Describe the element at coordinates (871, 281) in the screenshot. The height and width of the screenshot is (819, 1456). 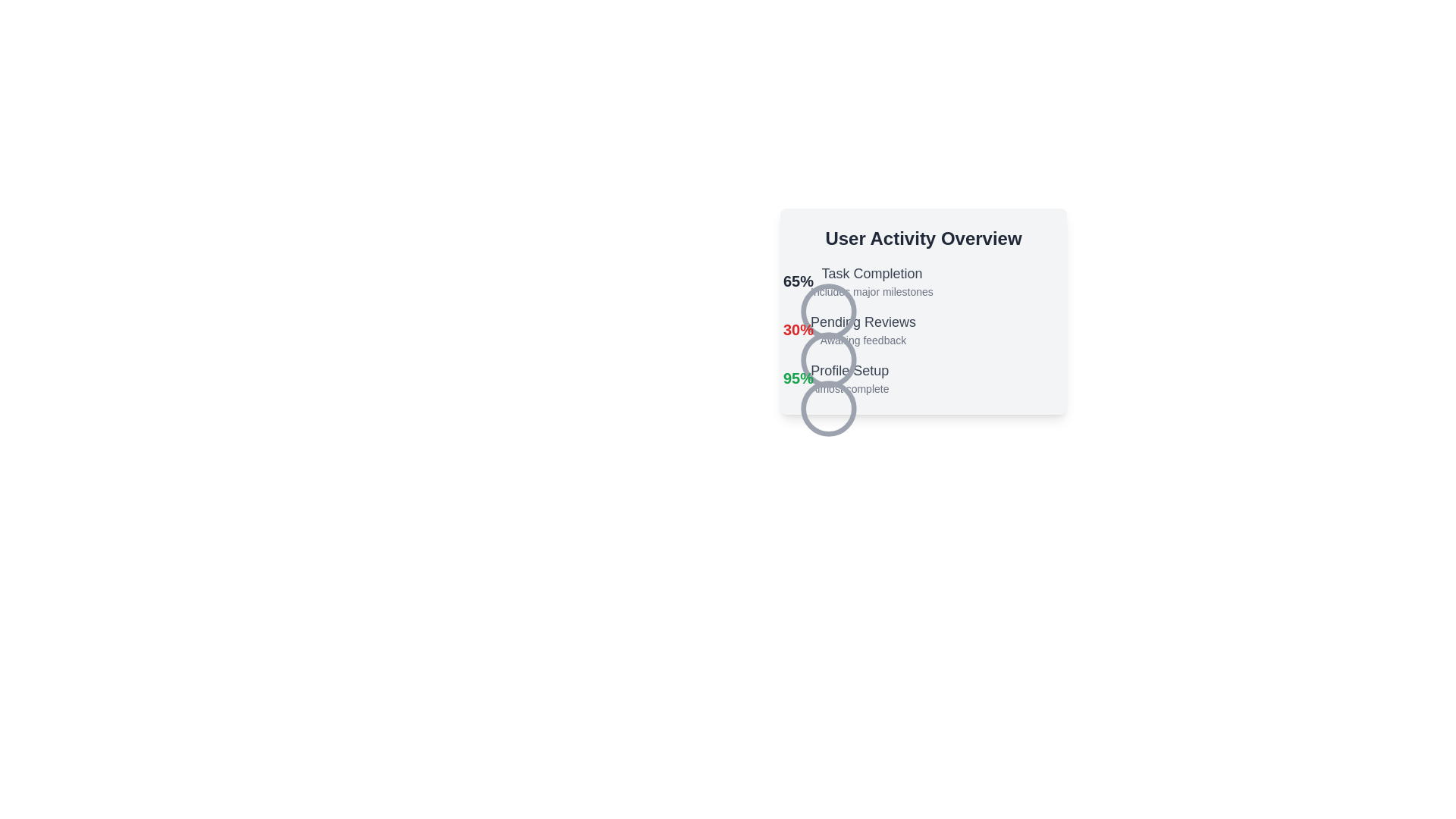
I see `the Text Display element that provides information on task completion, positioned below a circular graphical element representing '65%' in the 'User Activity Overview' section` at that location.